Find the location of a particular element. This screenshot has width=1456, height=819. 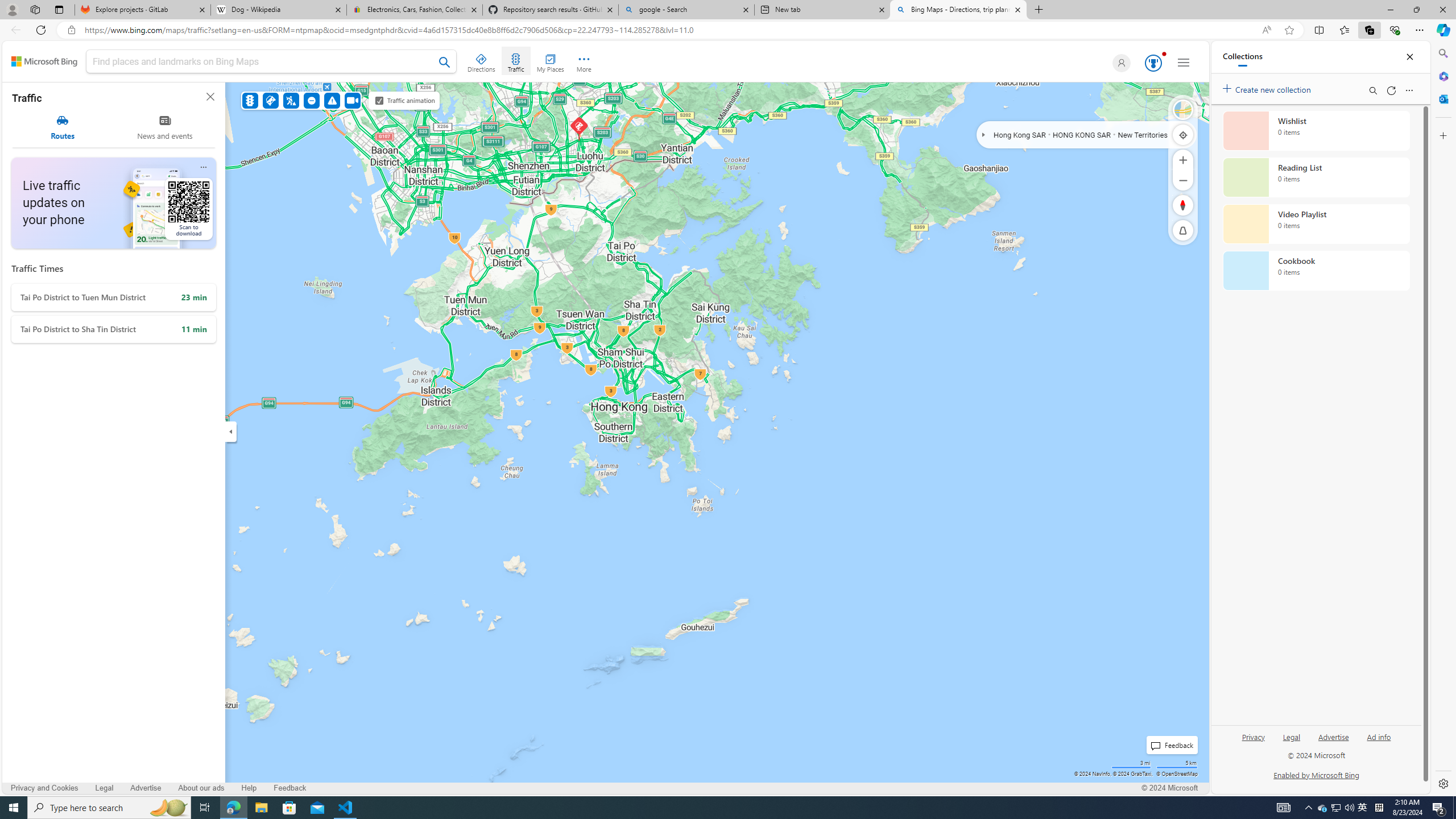

'Bird' is located at coordinates (1182, 109).